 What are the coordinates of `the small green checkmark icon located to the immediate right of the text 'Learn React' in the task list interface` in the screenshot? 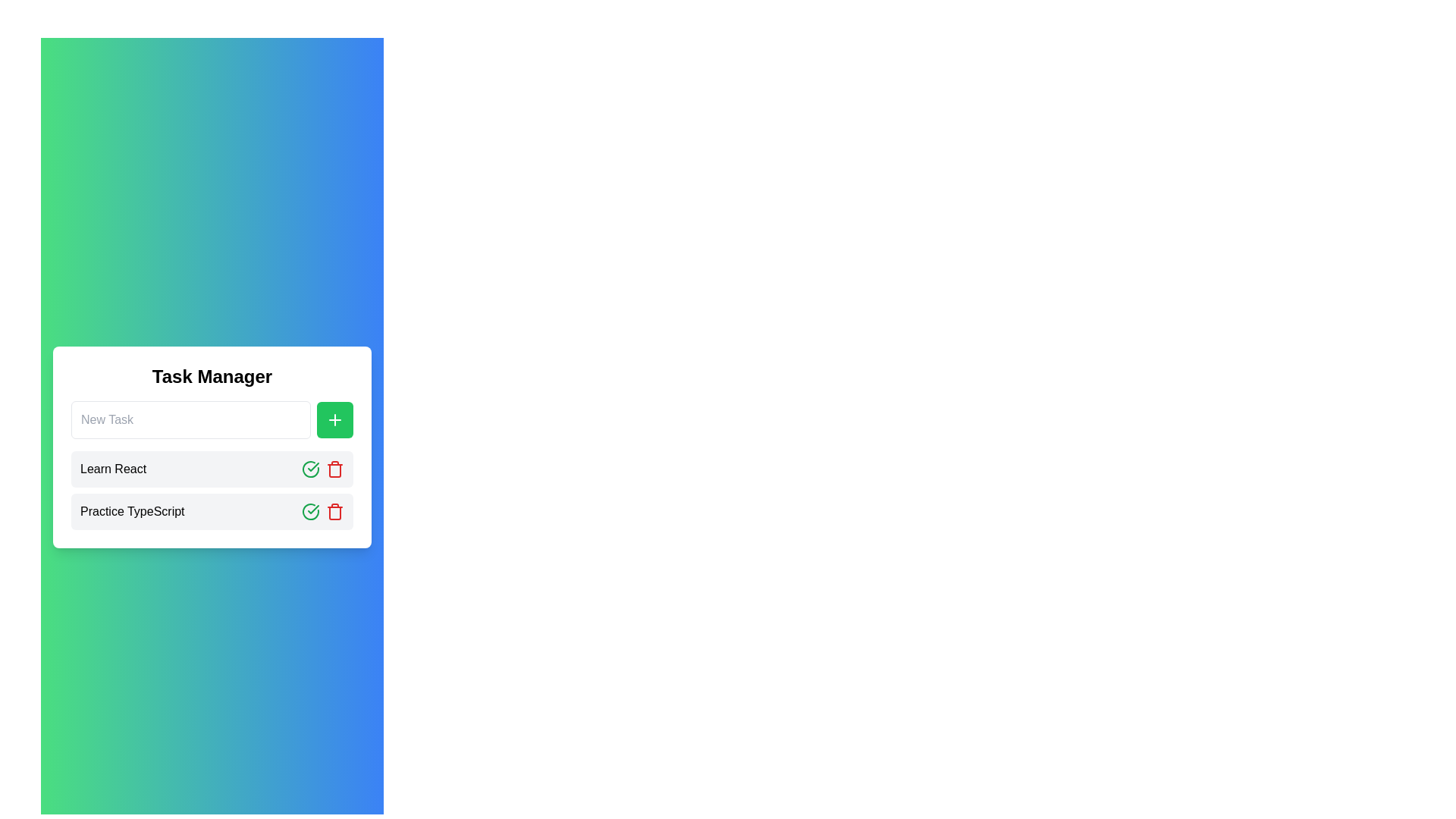 It's located at (312, 509).